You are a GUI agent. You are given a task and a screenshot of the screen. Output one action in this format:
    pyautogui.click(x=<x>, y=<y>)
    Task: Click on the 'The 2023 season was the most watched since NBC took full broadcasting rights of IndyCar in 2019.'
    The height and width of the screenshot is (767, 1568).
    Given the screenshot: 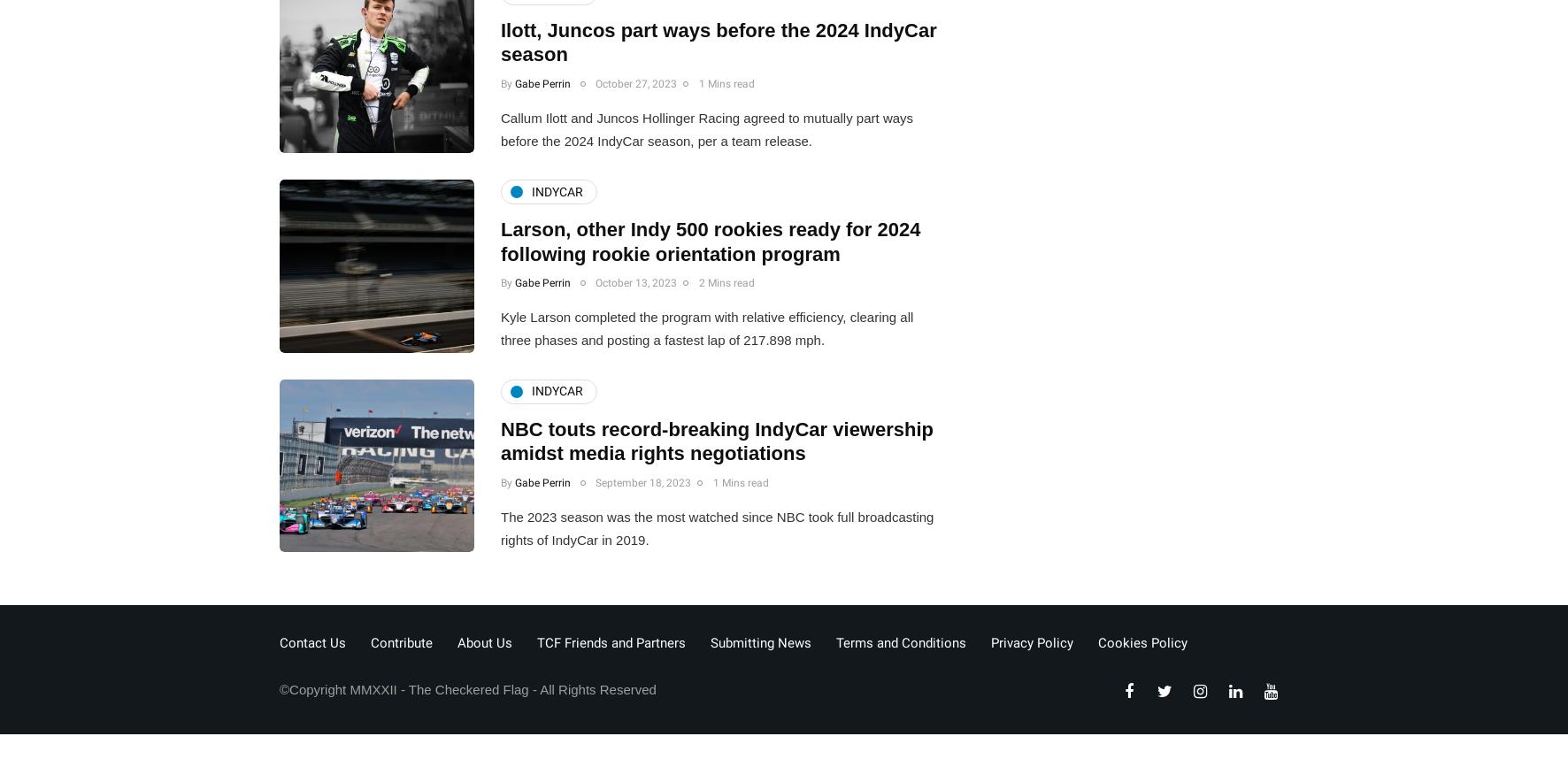 What is the action you would take?
    pyautogui.click(x=717, y=526)
    